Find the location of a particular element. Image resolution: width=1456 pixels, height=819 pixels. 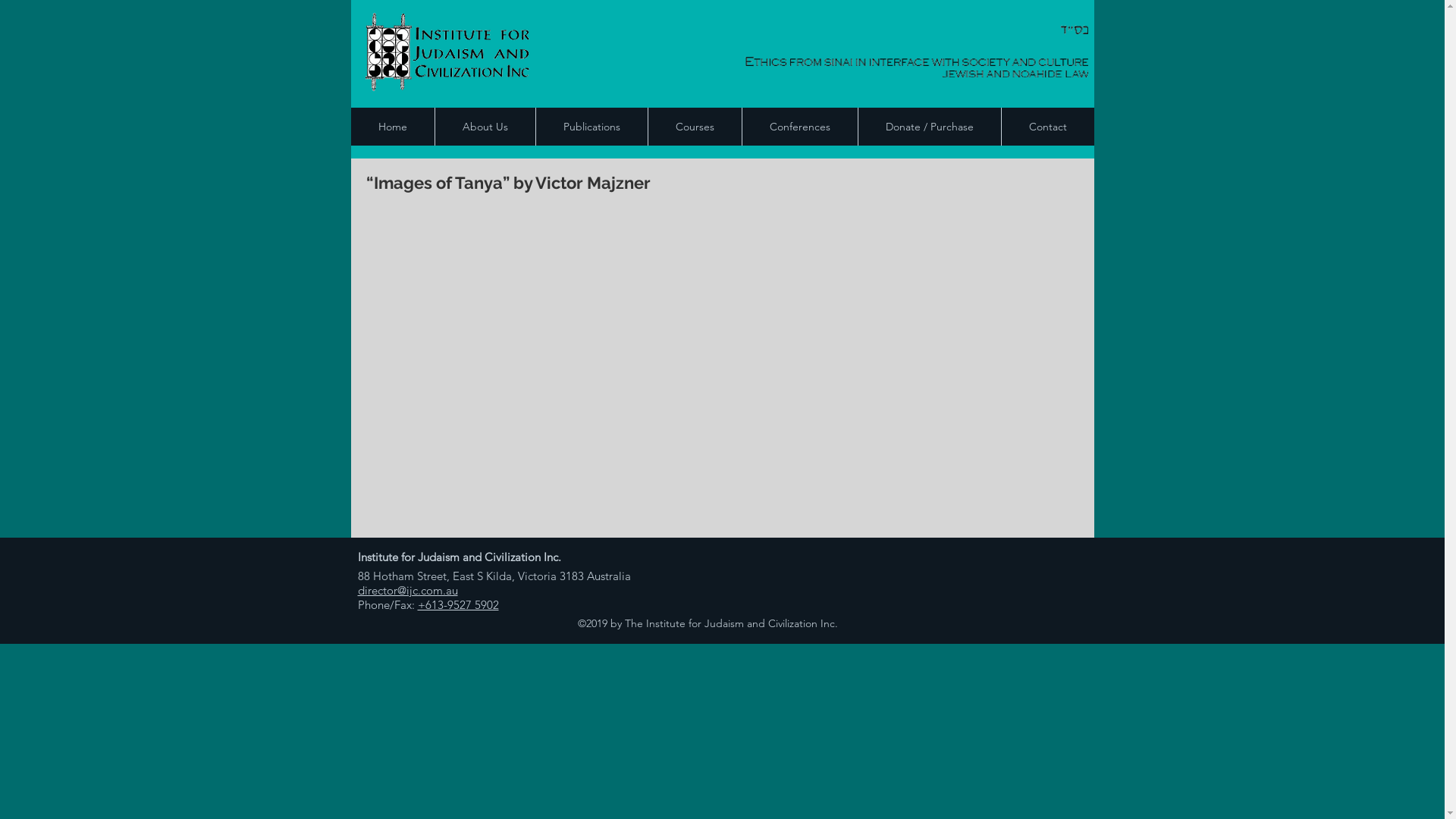

'Home' is located at coordinates (392, 125).